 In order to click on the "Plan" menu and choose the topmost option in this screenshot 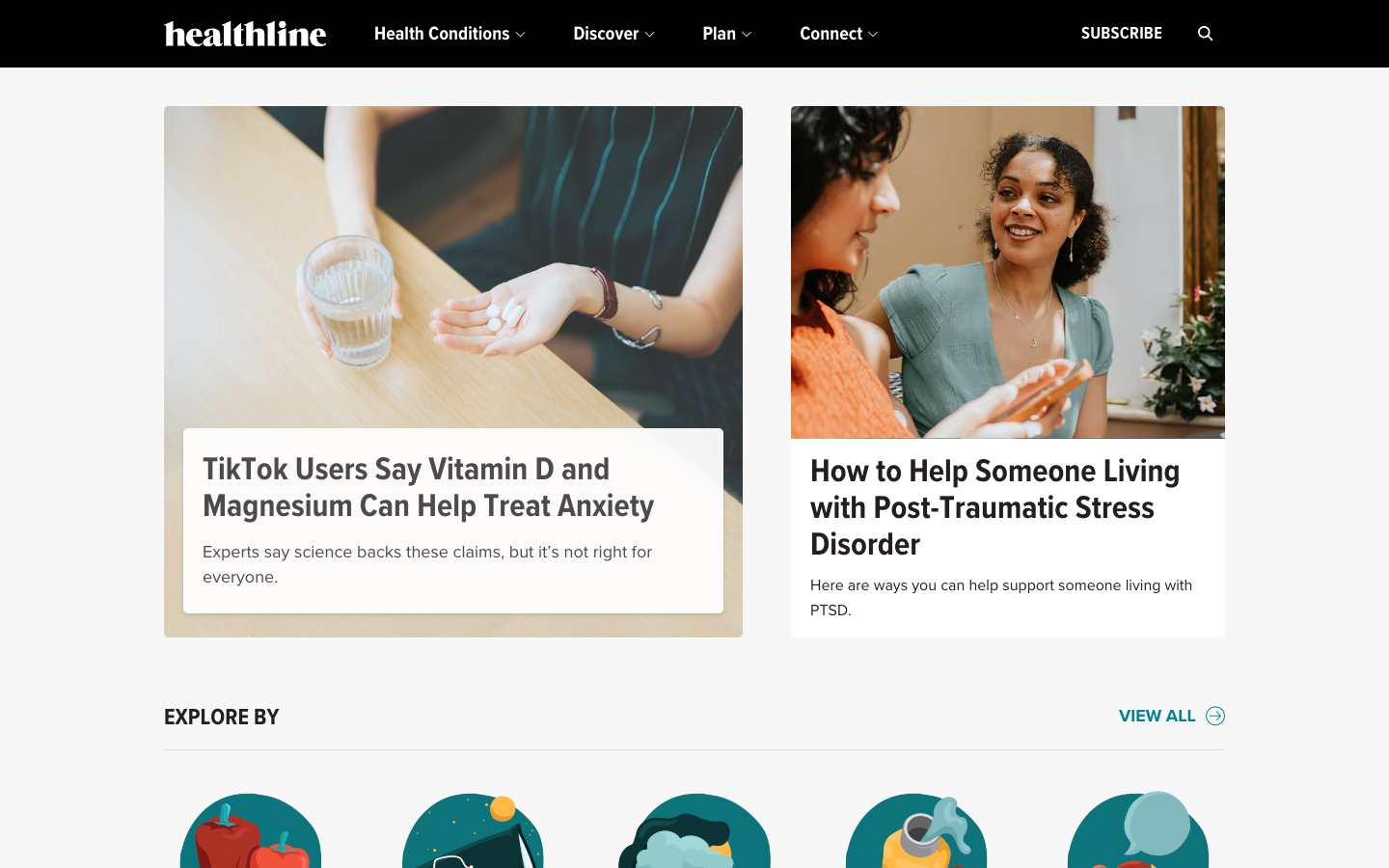, I will do `click(725, 33)`.